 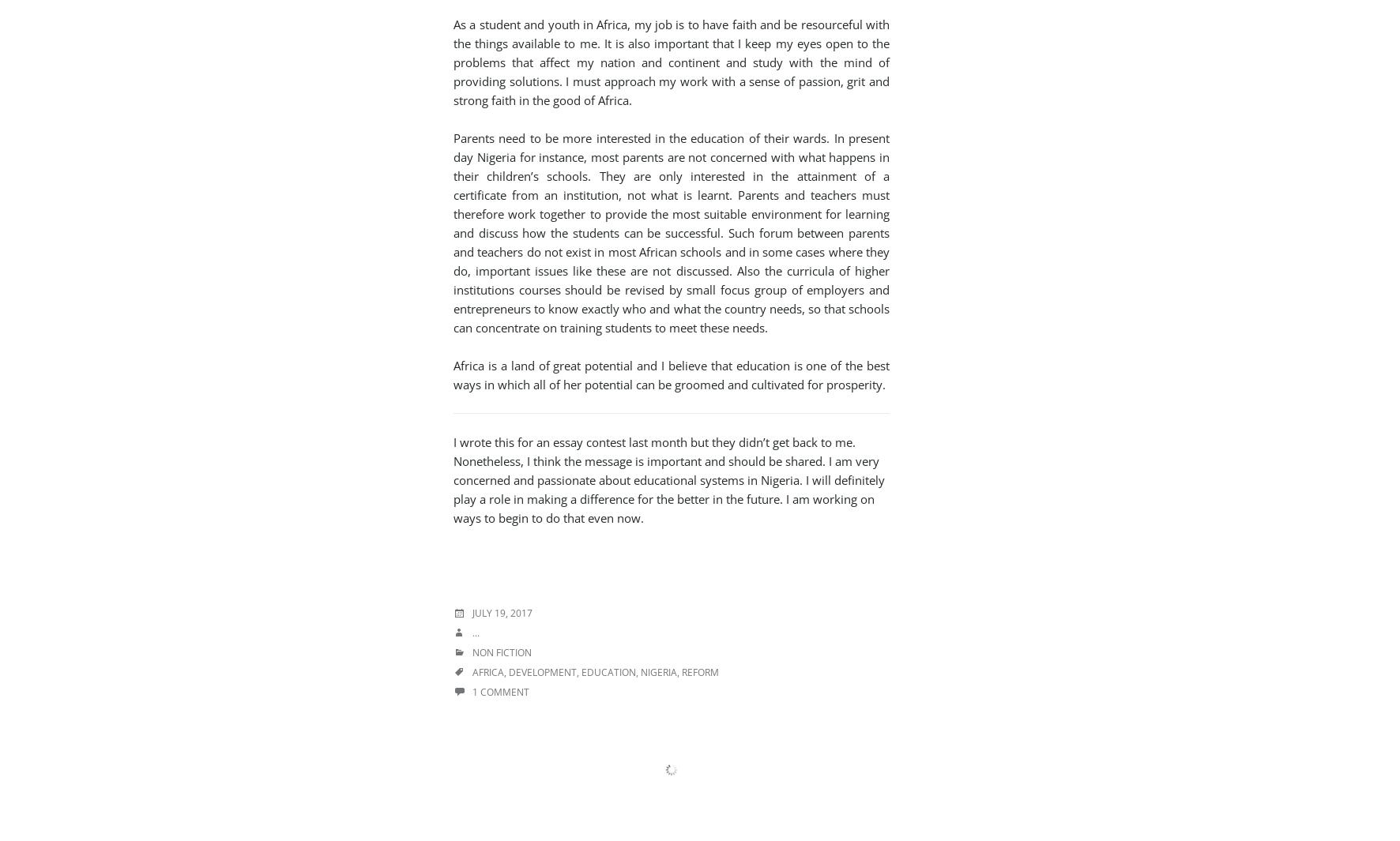 I want to click on 'Development', so click(x=542, y=672).